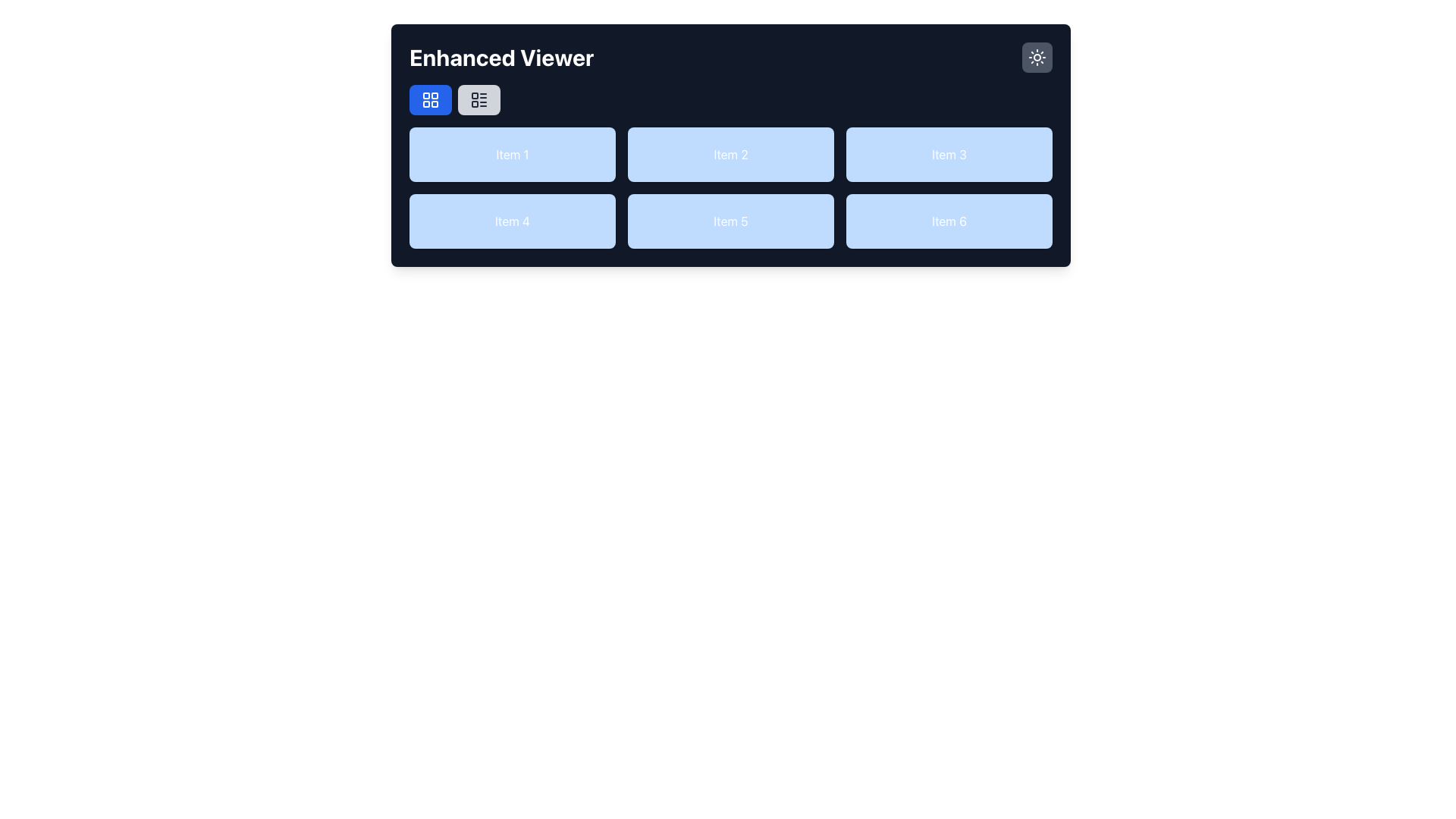 Image resolution: width=1456 pixels, height=819 pixels. I want to click on the first static label in the top-left corner of the Enhanced Viewer grid layout, so click(513, 155).